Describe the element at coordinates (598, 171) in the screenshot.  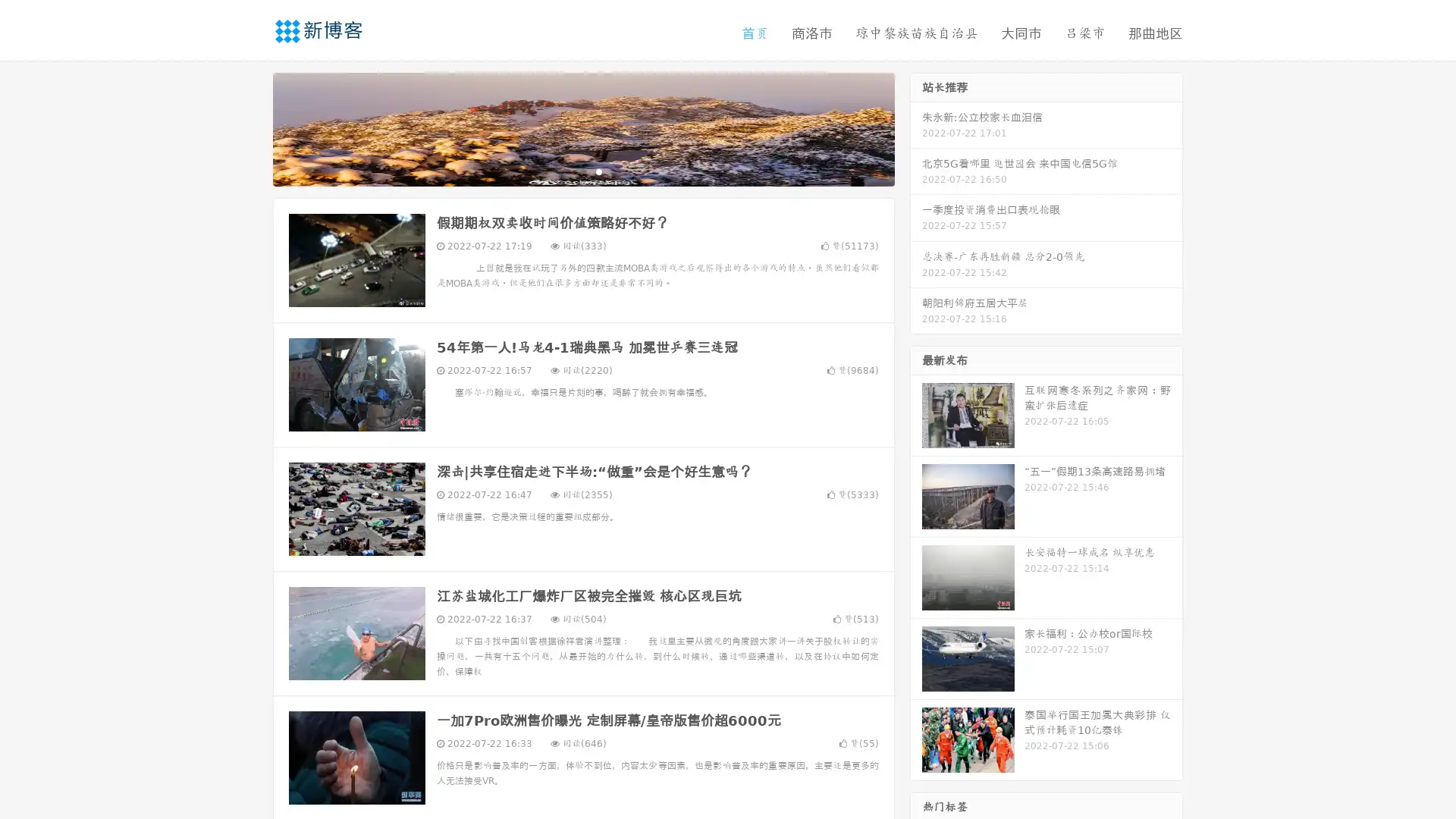
I see `Go to slide 3` at that location.